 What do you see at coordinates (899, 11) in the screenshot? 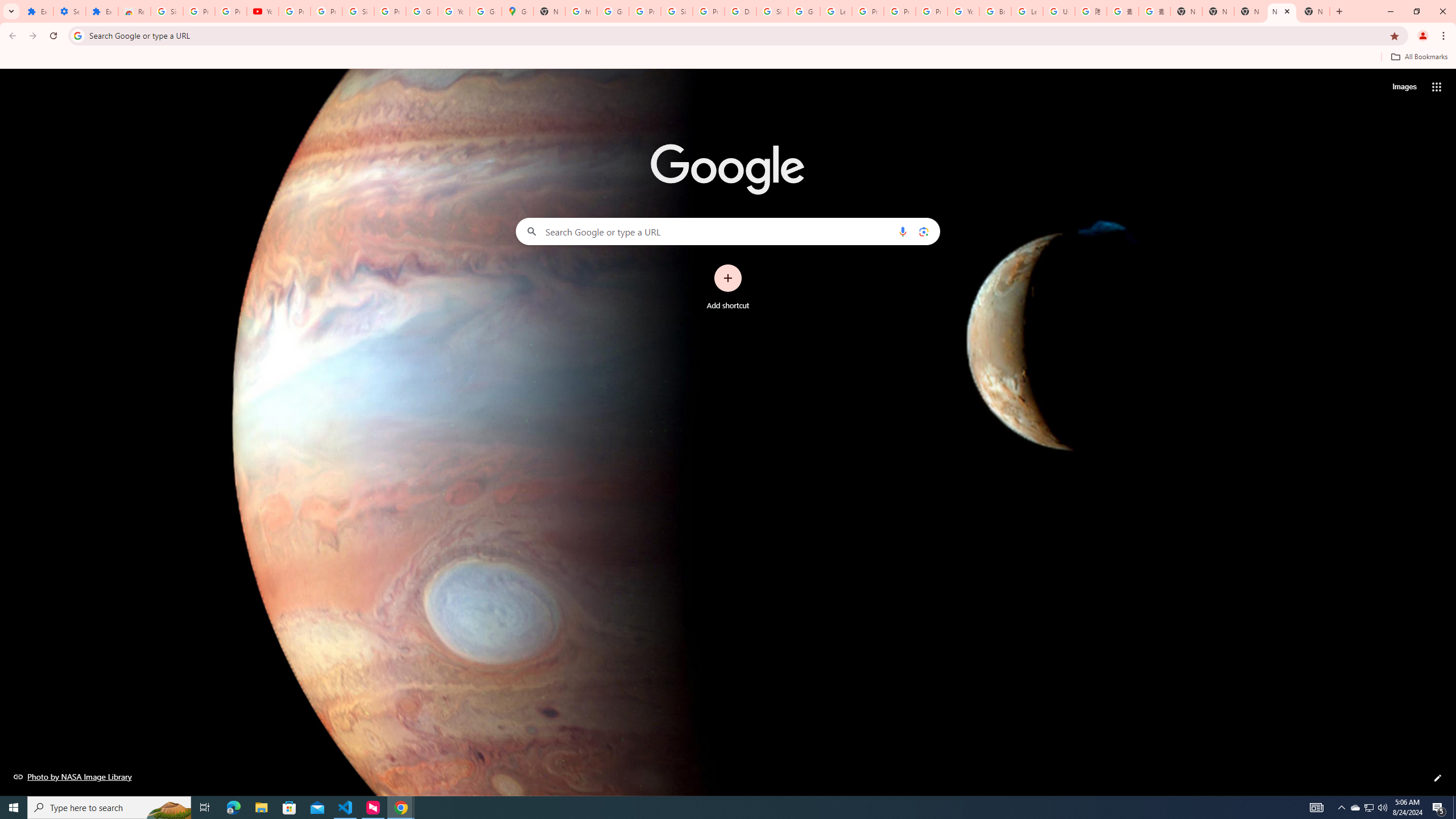
I see `'Privacy Help Center - Policies Help'` at bounding box center [899, 11].